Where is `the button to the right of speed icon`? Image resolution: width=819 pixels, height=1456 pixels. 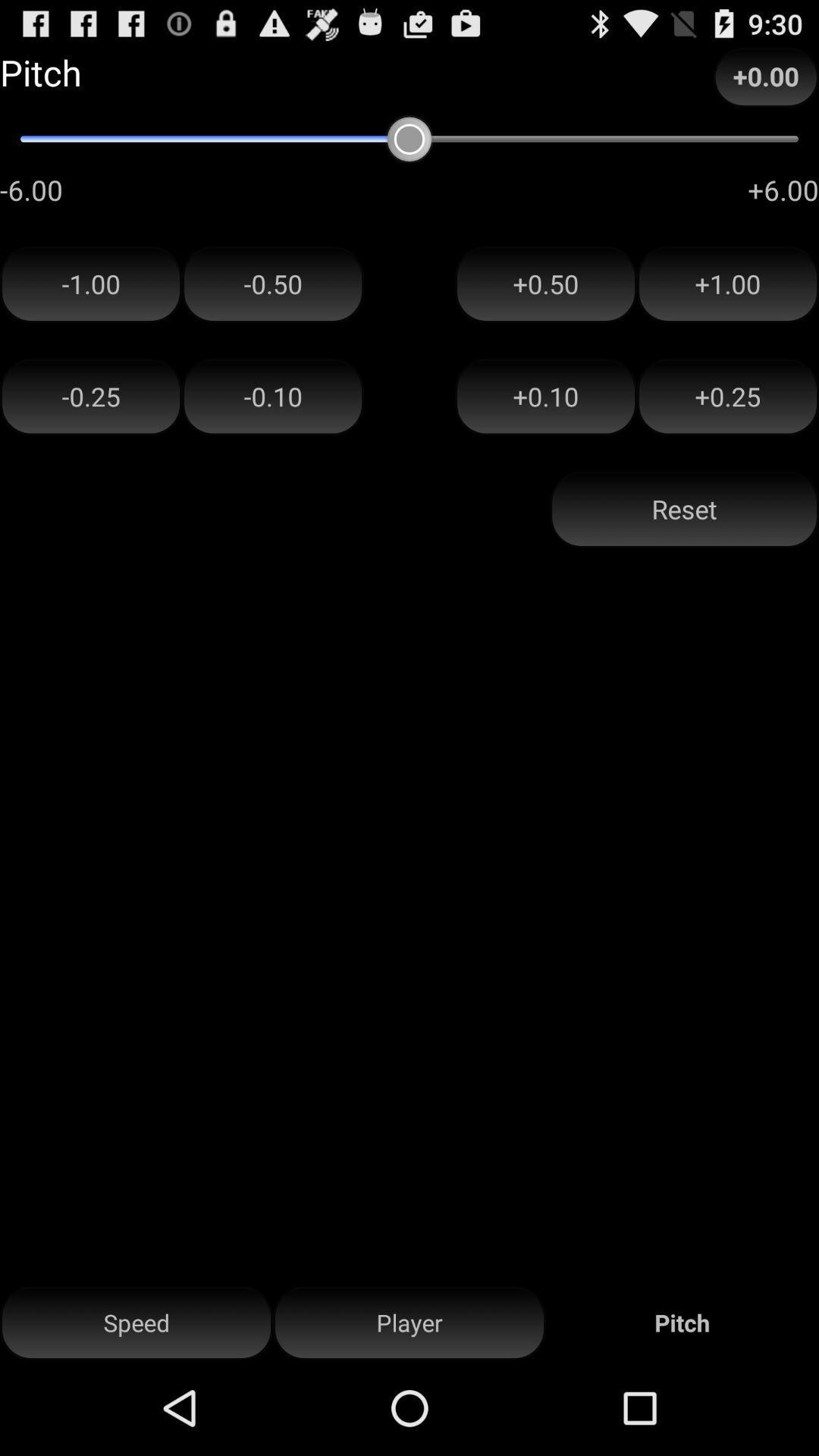
the button to the right of speed icon is located at coordinates (409, 1323).